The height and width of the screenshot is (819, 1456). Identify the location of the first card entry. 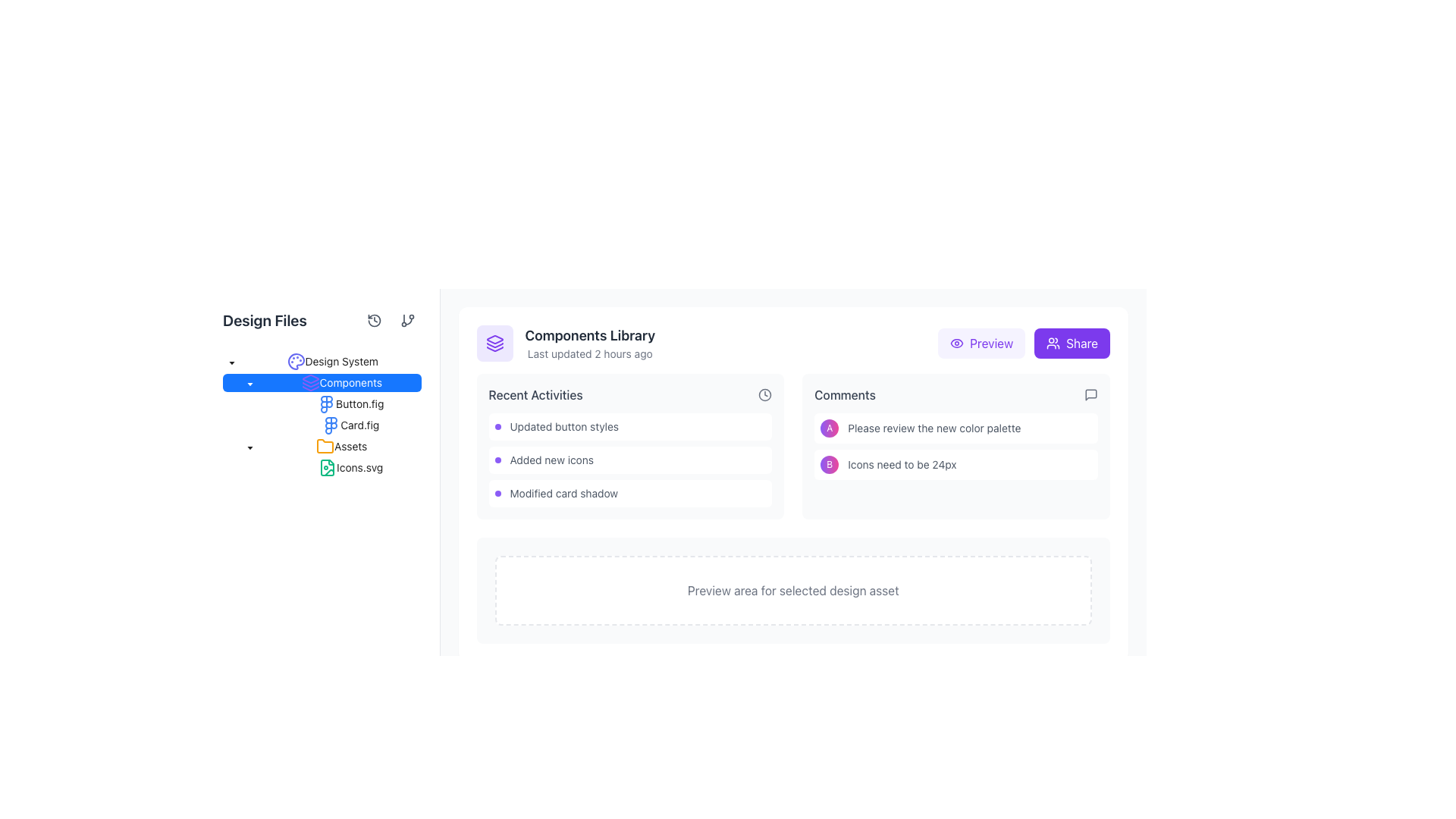
(630, 427).